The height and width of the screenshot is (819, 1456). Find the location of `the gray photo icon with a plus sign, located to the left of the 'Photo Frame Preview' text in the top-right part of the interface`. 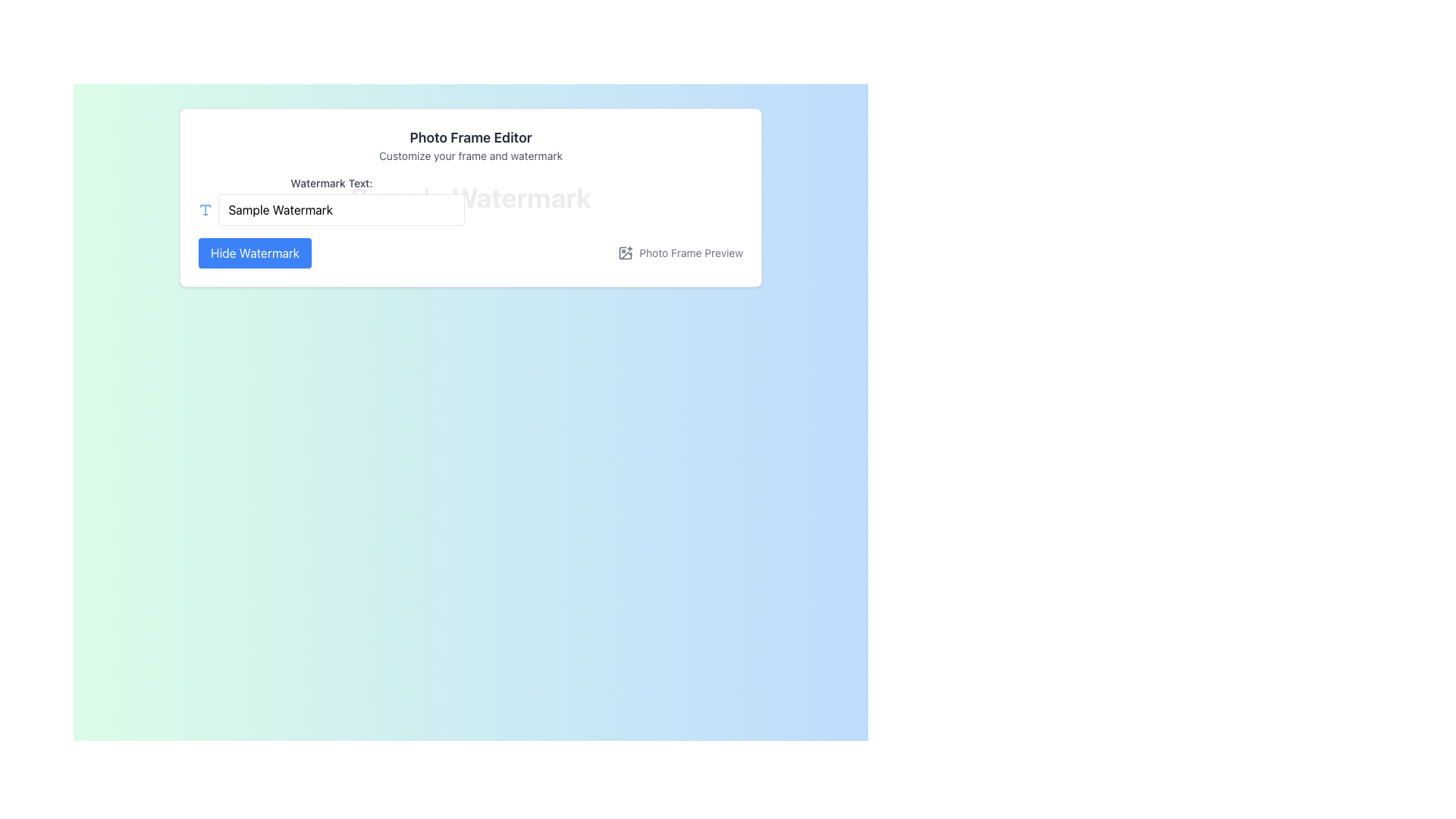

the gray photo icon with a plus sign, located to the left of the 'Photo Frame Preview' text in the top-right part of the interface is located at coordinates (626, 253).